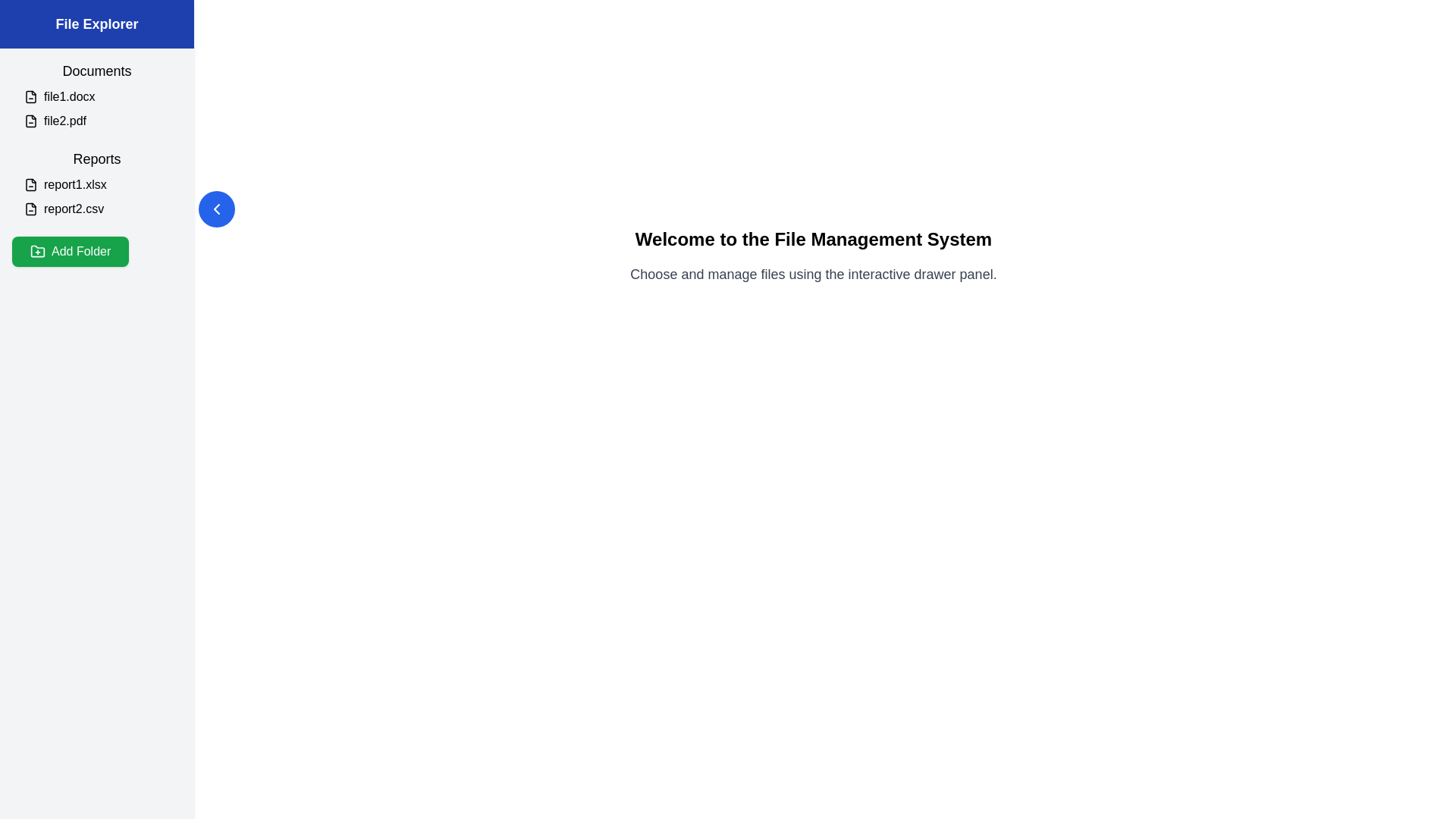 The image size is (1456, 819). I want to click on the 'Add Folder' button located in the vertical sequence under the 'Reports' header in the left file explorer panel, so click(70, 250).